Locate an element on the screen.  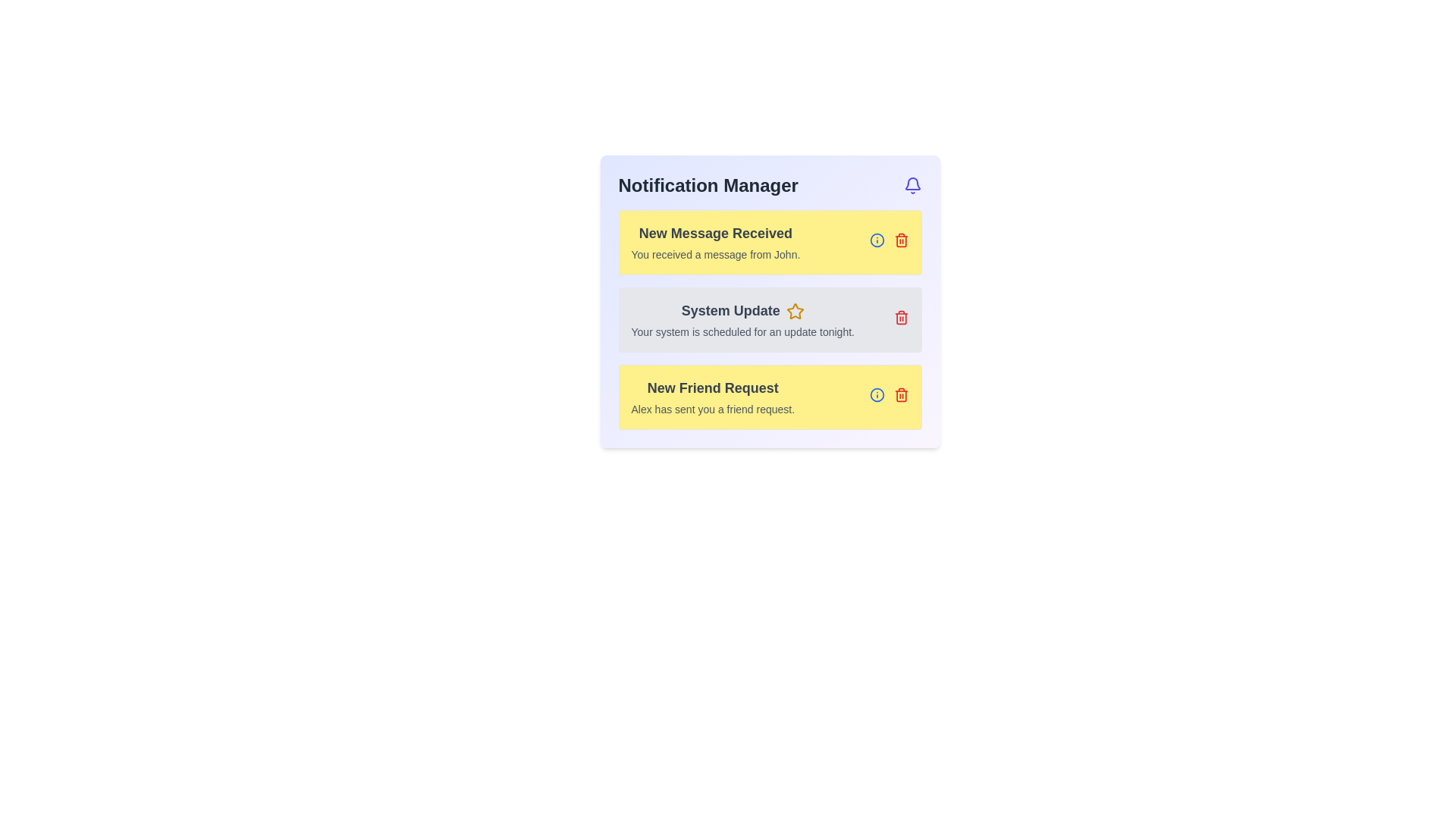
the trash/delete icon located at the far right side of the 'System Update' notification box to initiate deletion is located at coordinates (901, 318).